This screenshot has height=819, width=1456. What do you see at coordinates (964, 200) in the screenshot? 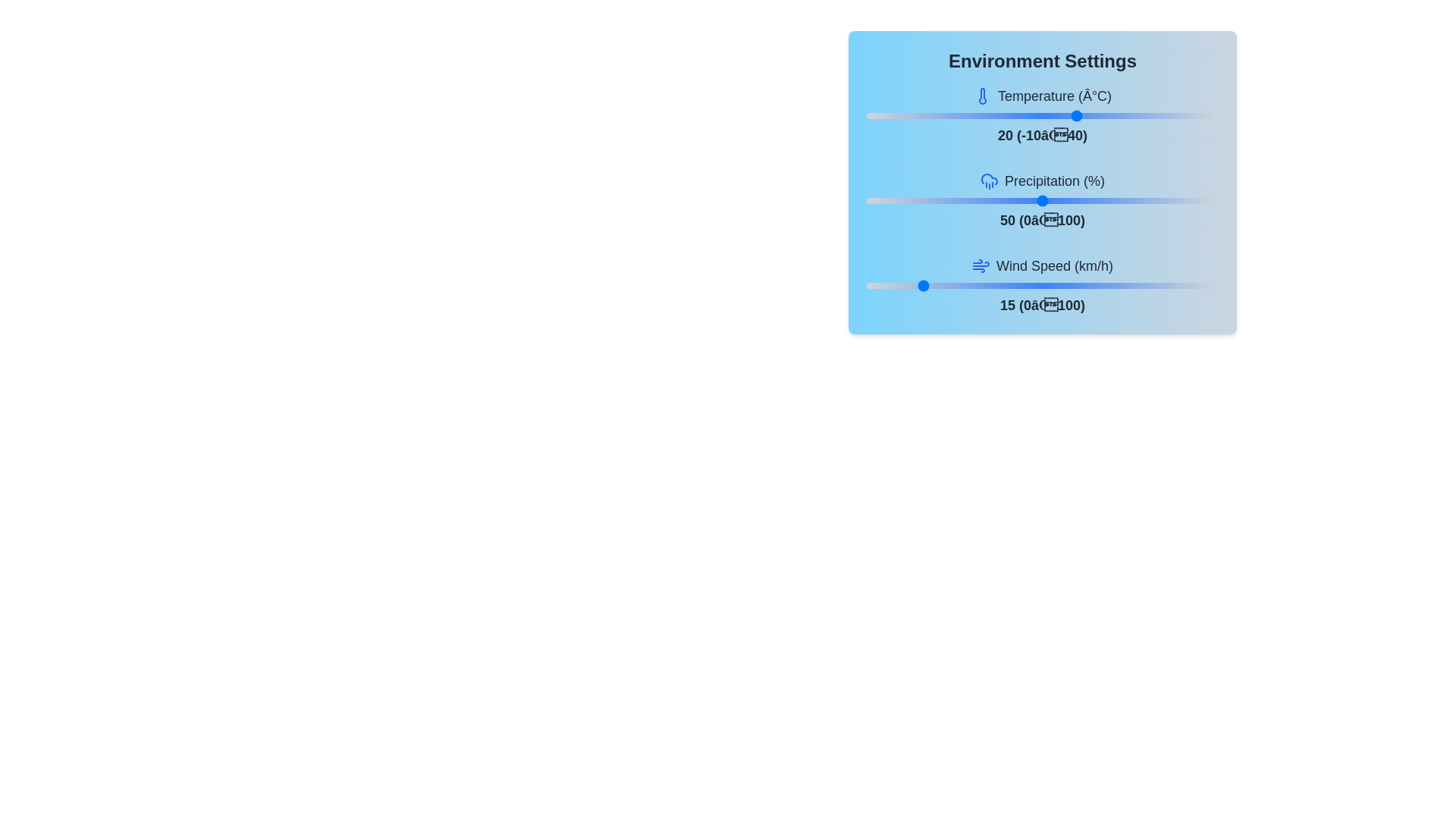
I see `the precipitation level` at bounding box center [964, 200].